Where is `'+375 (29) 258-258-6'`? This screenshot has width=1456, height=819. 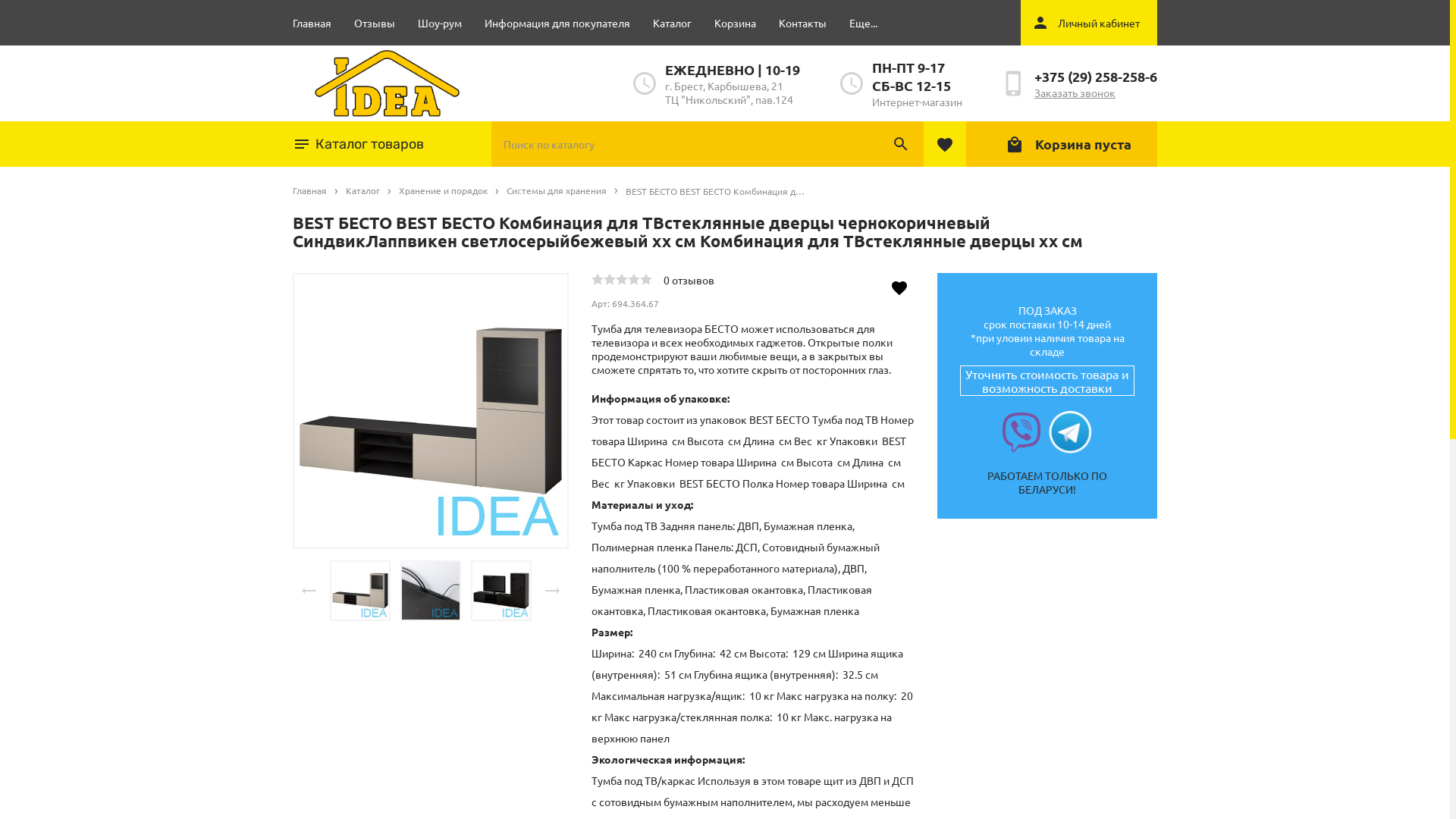 '+375 (29) 258-258-6' is located at coordinates (1095, 76).